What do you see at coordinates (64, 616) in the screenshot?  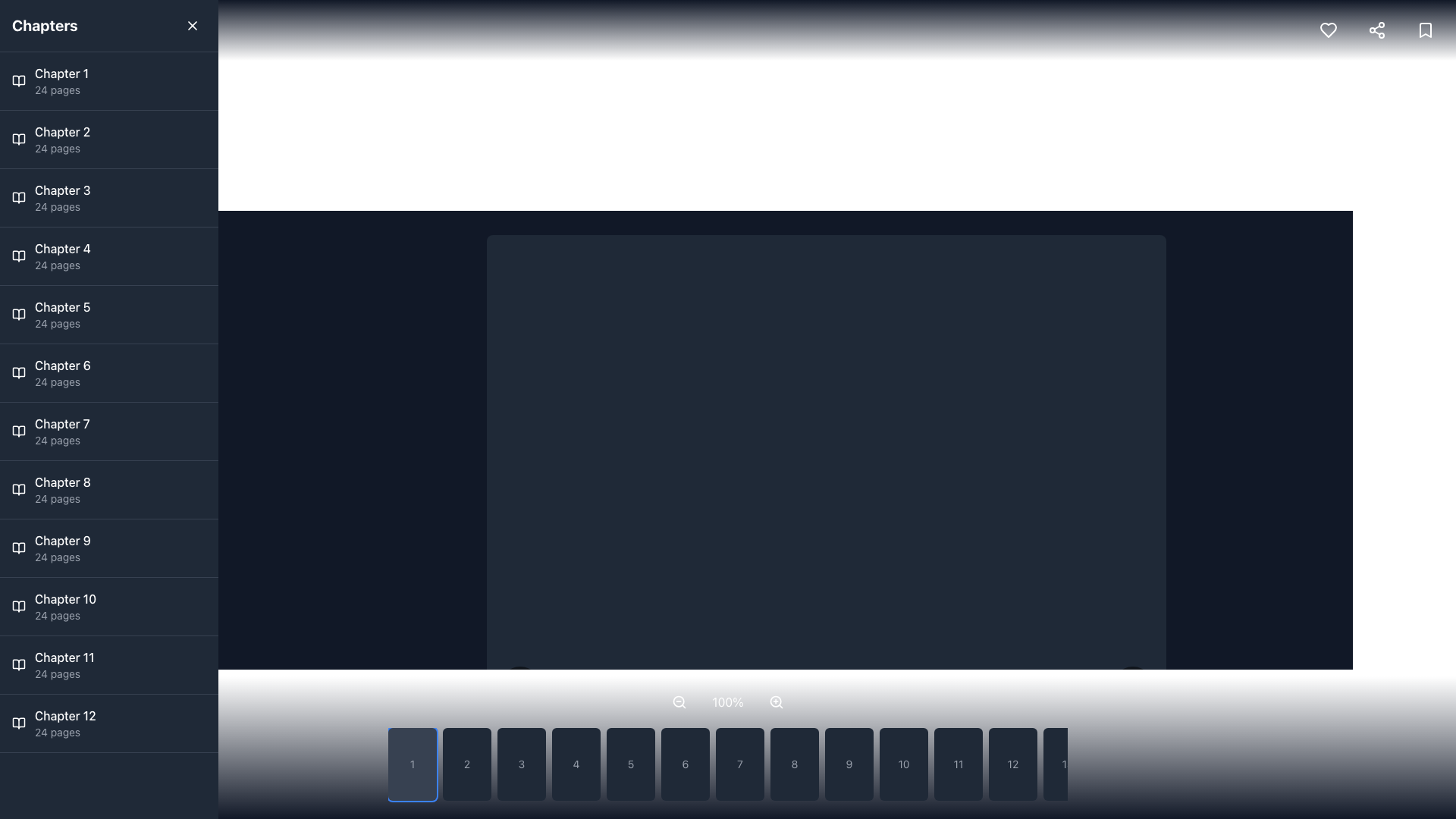 I see `text label displaying '24 pages' located under the title 'Chapter 10' in the left-side vertical list panel` at bounding box center [64, 616].